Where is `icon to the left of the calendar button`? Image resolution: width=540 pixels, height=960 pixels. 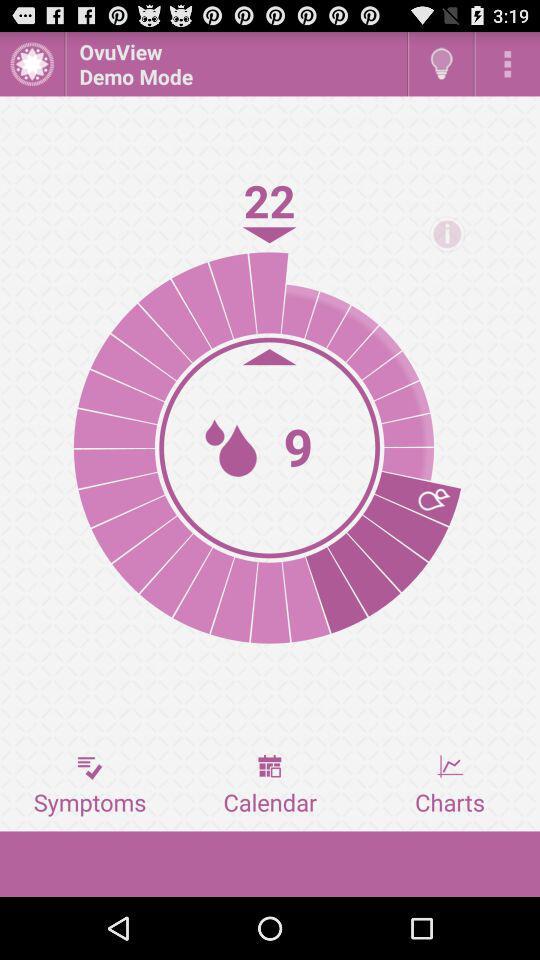
icon to the left of the calendar button is located at coordinates (89, 785).